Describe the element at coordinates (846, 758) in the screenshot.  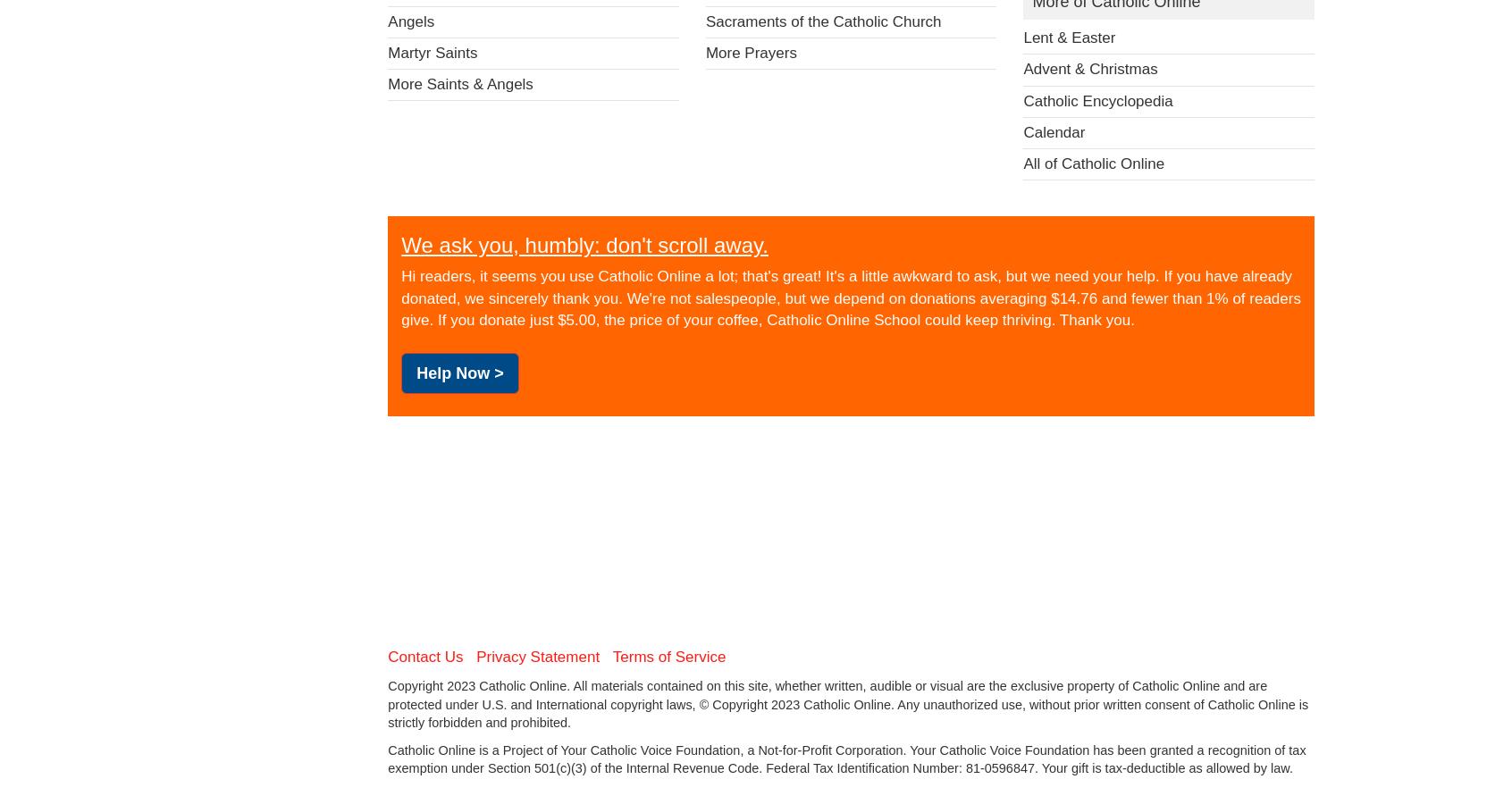
I see `'Catholic Online is a Project of Your Catholic Voice Foundation, a Not-for-Profit Corporation. Your Catholic Voice Foundation has been granted a recognition of tax exemption under Section 501(c)(3) of the Internal Revenue Code. Federal Tax Identification Number: 81-0596847. Your gift is tax-deductible as allowed by law.'` at that location.